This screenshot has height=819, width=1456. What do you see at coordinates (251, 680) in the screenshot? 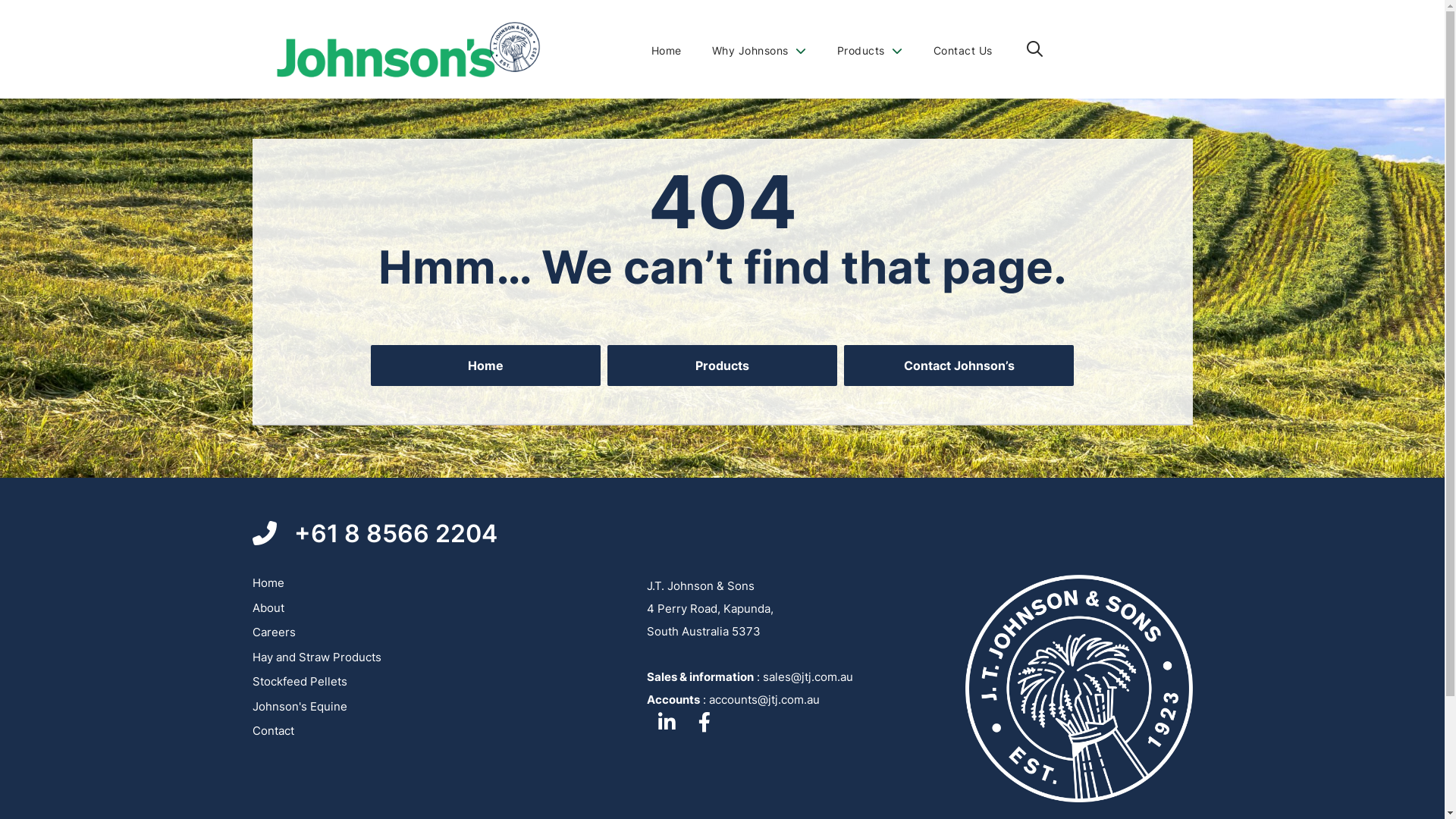
I see `'Stockfeed Pellets'` at bounding box center [251, 680].